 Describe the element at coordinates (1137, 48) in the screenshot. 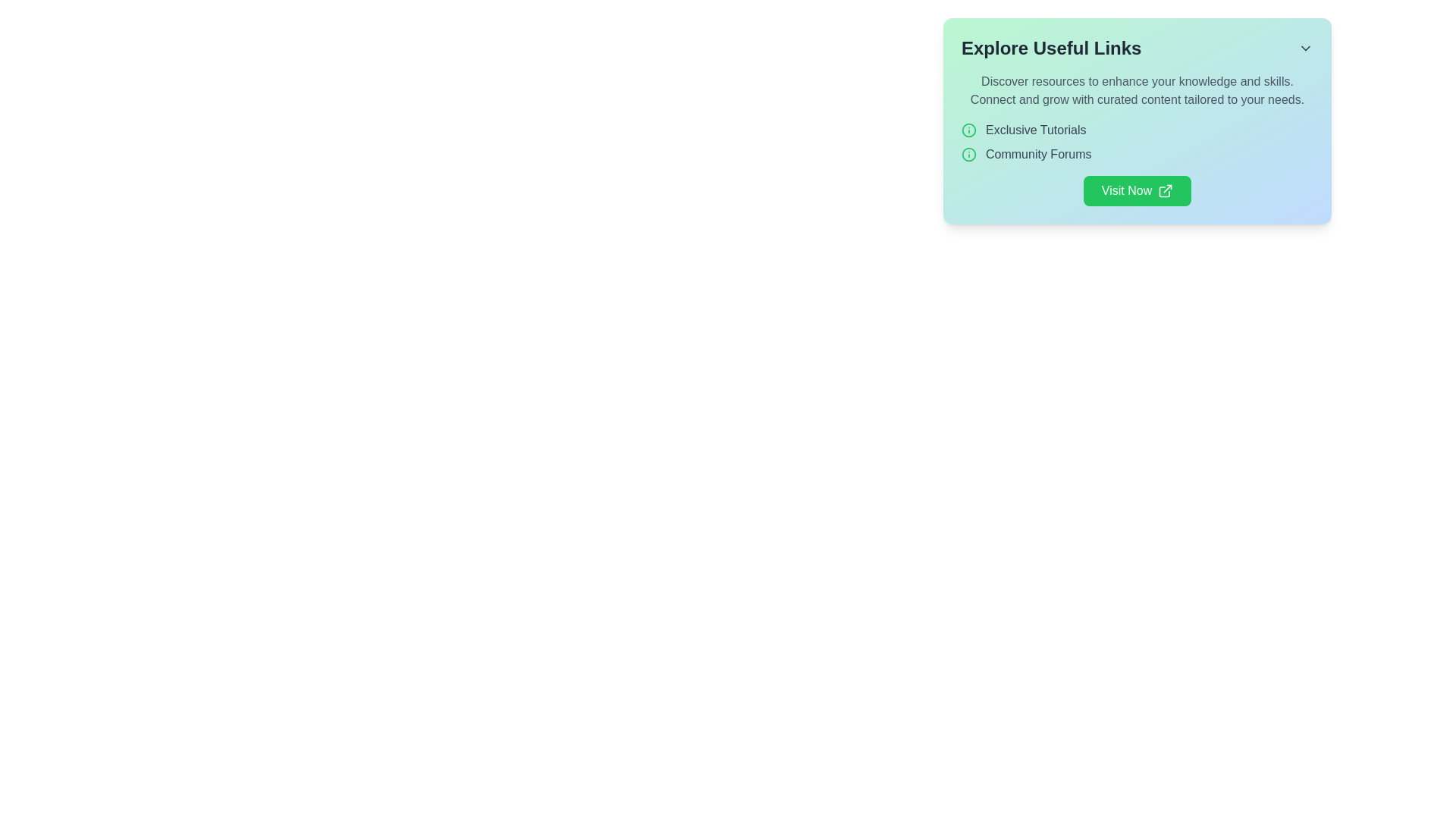

I see `the Dropdown title header located at the top of the card section` at that location.